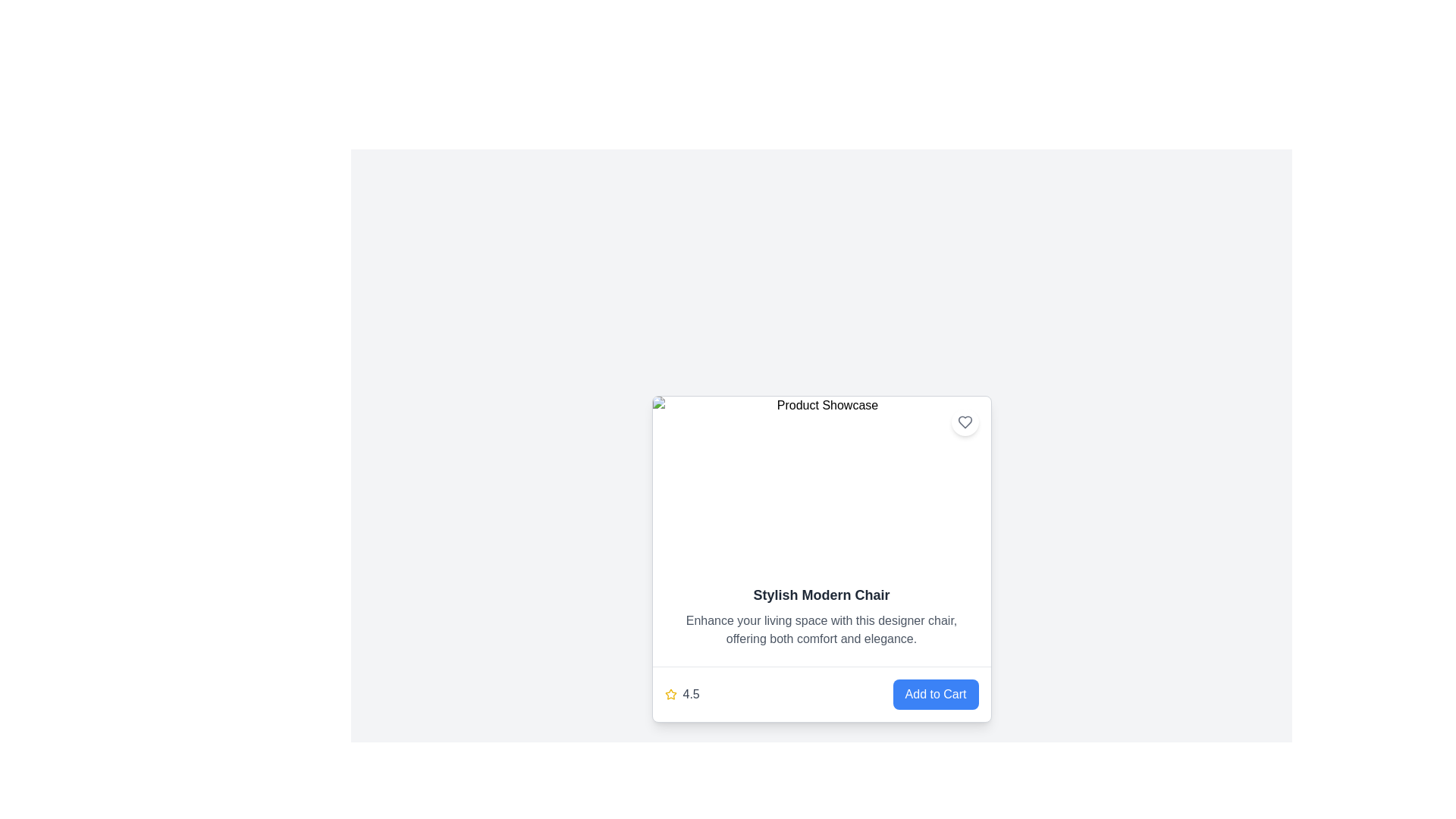 This screenshot has width=1456, height=819. What do you see at coordinates (964, 422) in the screenshot?
I see `the heart icon button located in the top-right corner of the product card to trigger hover effects` at bounding box center [964, 422].